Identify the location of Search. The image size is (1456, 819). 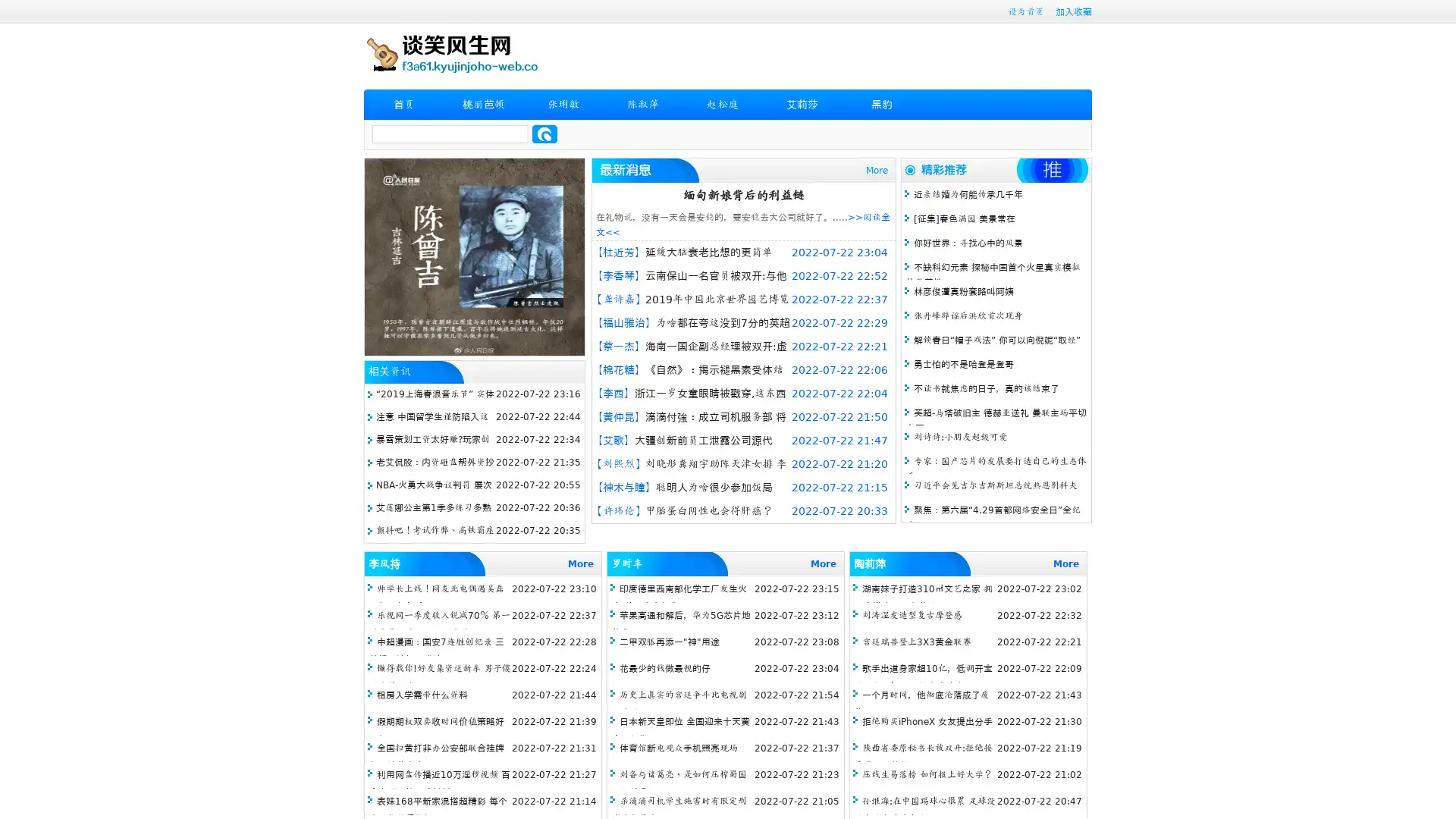
(544, 133).